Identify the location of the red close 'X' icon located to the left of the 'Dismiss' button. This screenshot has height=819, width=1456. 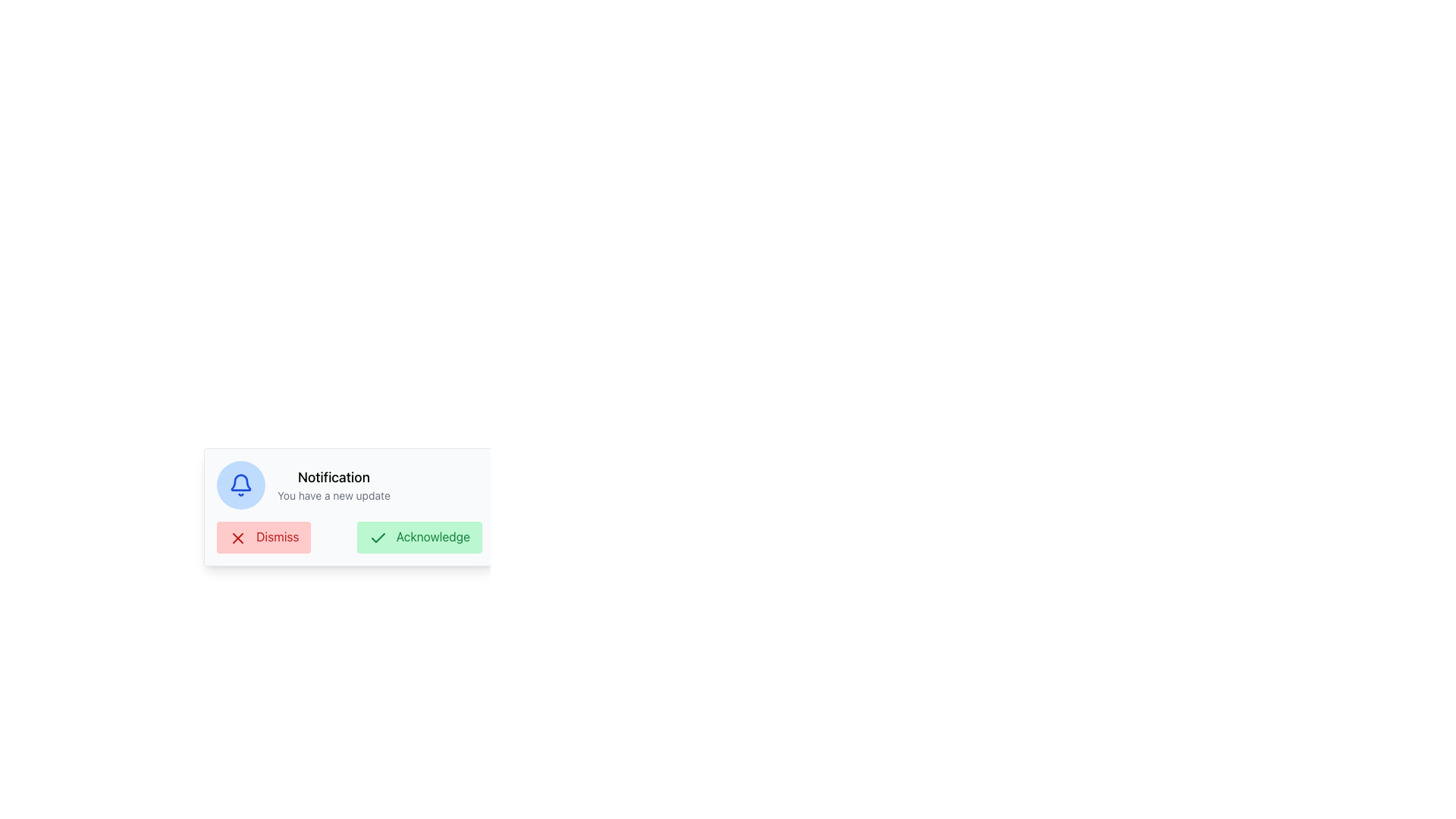
(237, 537).